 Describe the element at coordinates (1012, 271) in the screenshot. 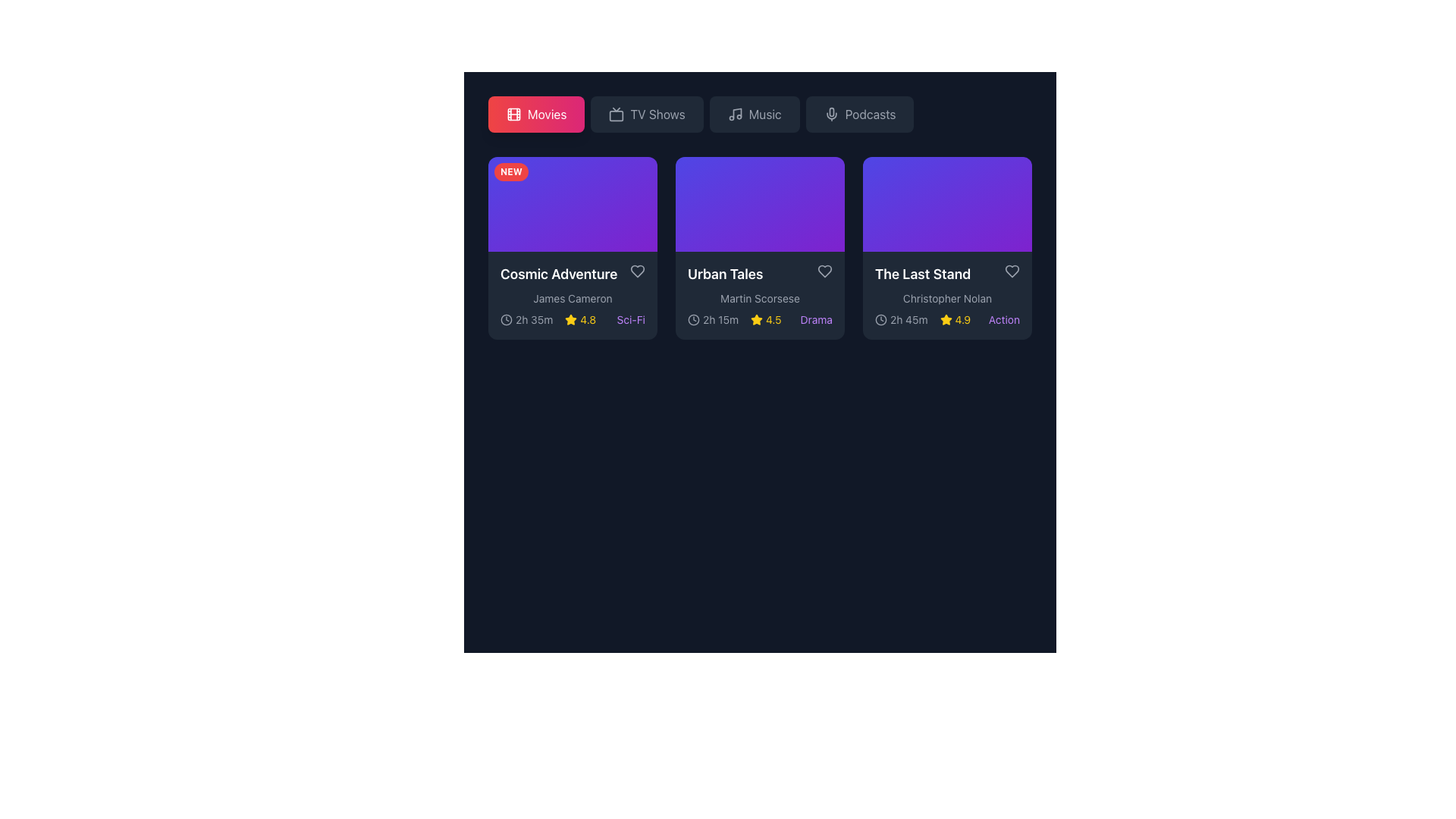

I see `the heart icon located at the top-right corner of the card titled 'The Last Stand' to change its color` at that location.